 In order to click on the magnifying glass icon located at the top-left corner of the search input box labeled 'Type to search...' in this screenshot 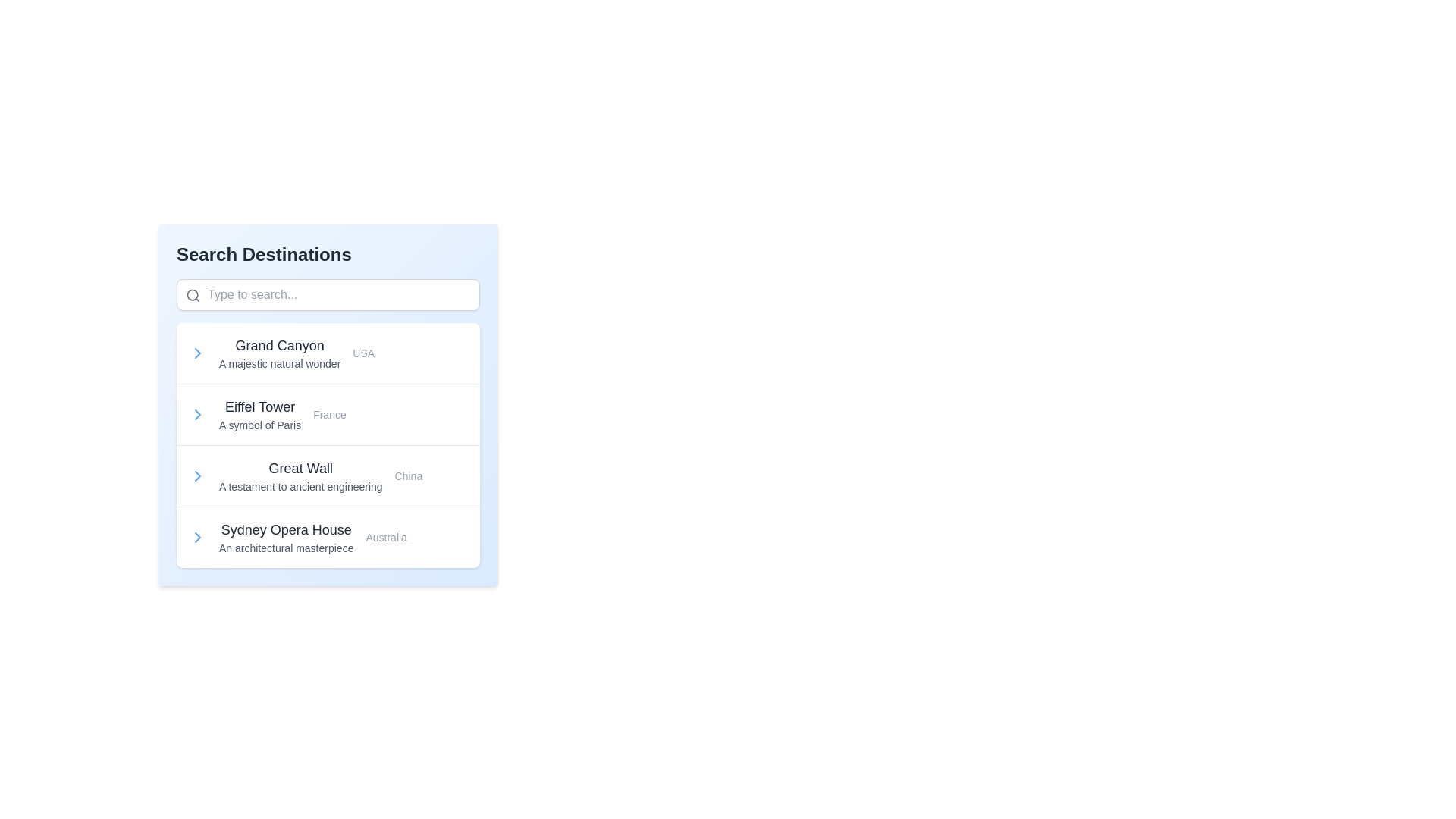, I will do `click(192, 295)`.